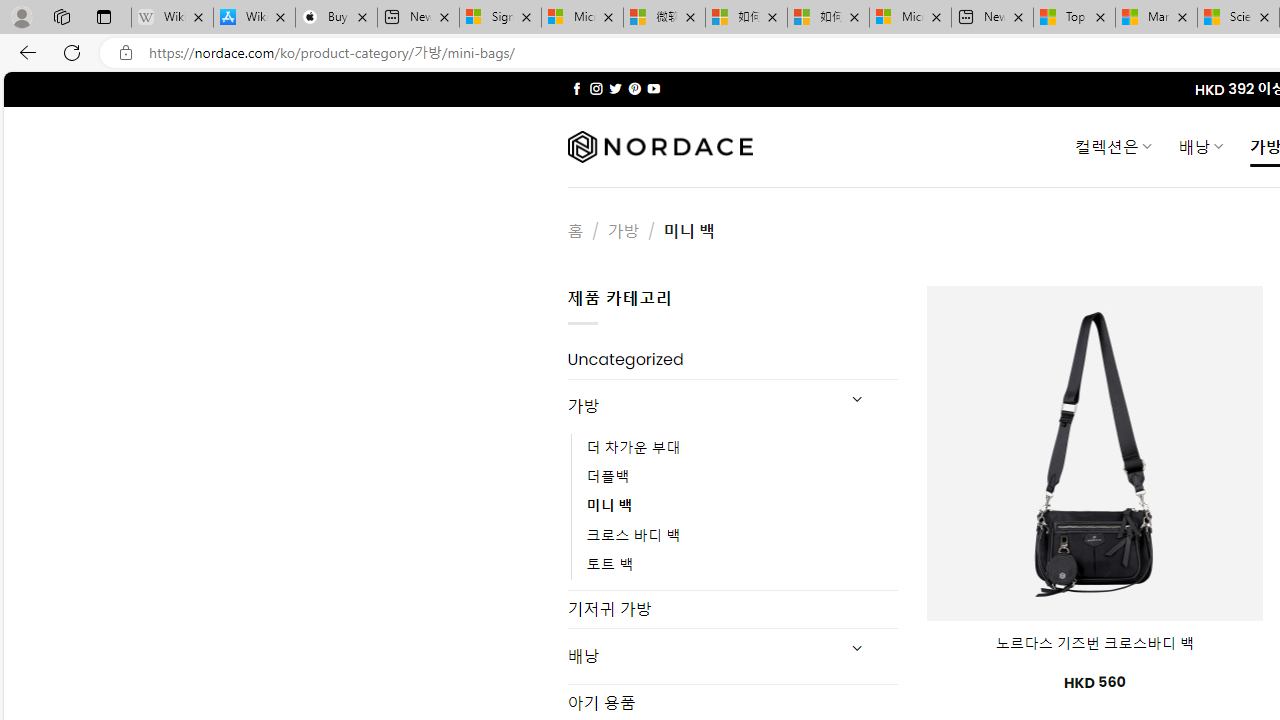  What do you see at coordinates (1073, 17) in the screenshot?
I see `'Top Stories - MSN'` at bounding box center [1073, 17].